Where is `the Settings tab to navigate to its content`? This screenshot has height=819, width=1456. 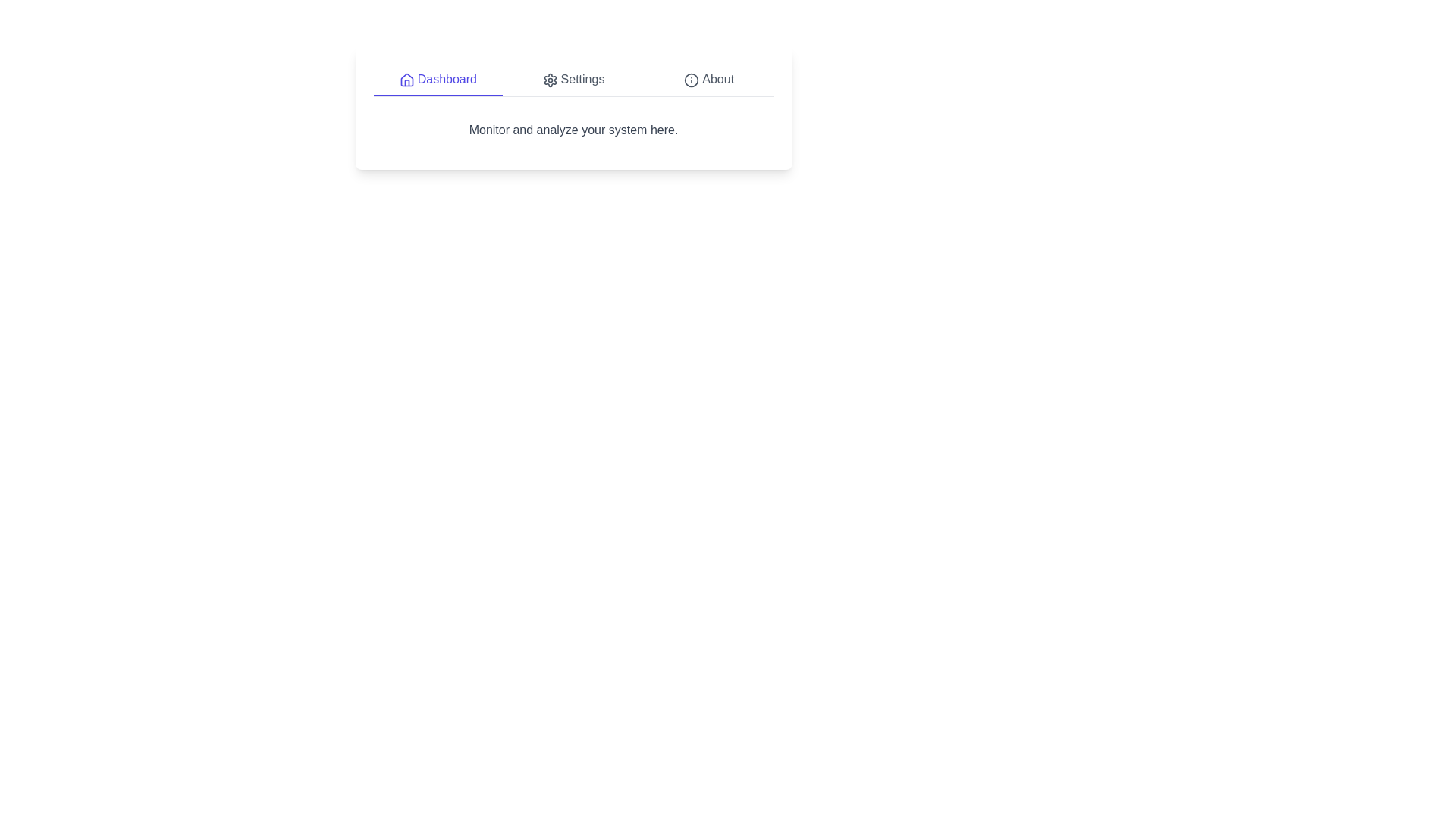 the Settings tab to navigate to its content is located at coordinates (573, 80).